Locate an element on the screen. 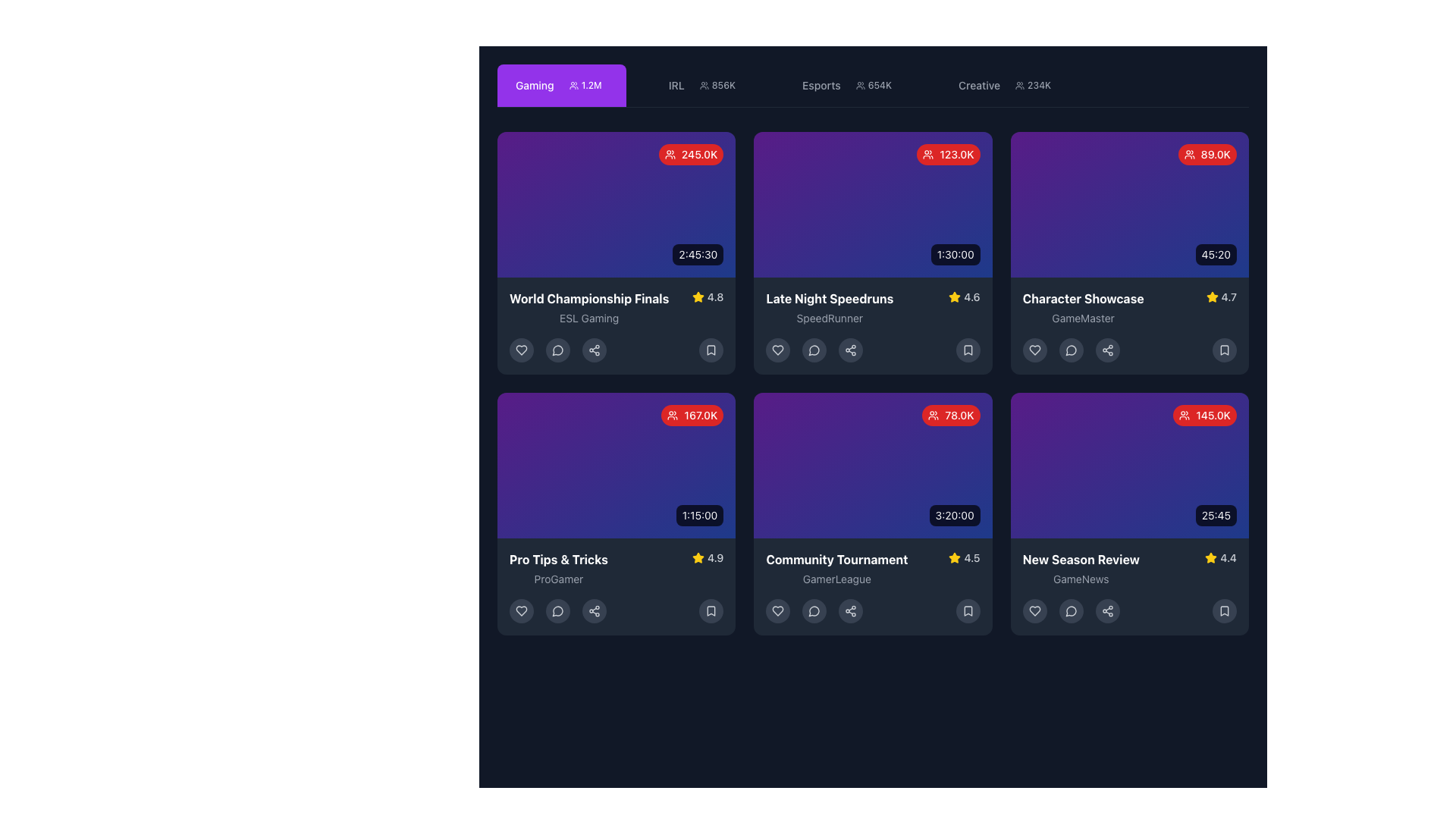 This screenshot has height=819, width=1456. the chat button with a speech bubble icon located as the third button in the interactive button row at the bottom of the 'Community Tournament' card to initiate a chat or messaging action is located at coordinates (814, 610).